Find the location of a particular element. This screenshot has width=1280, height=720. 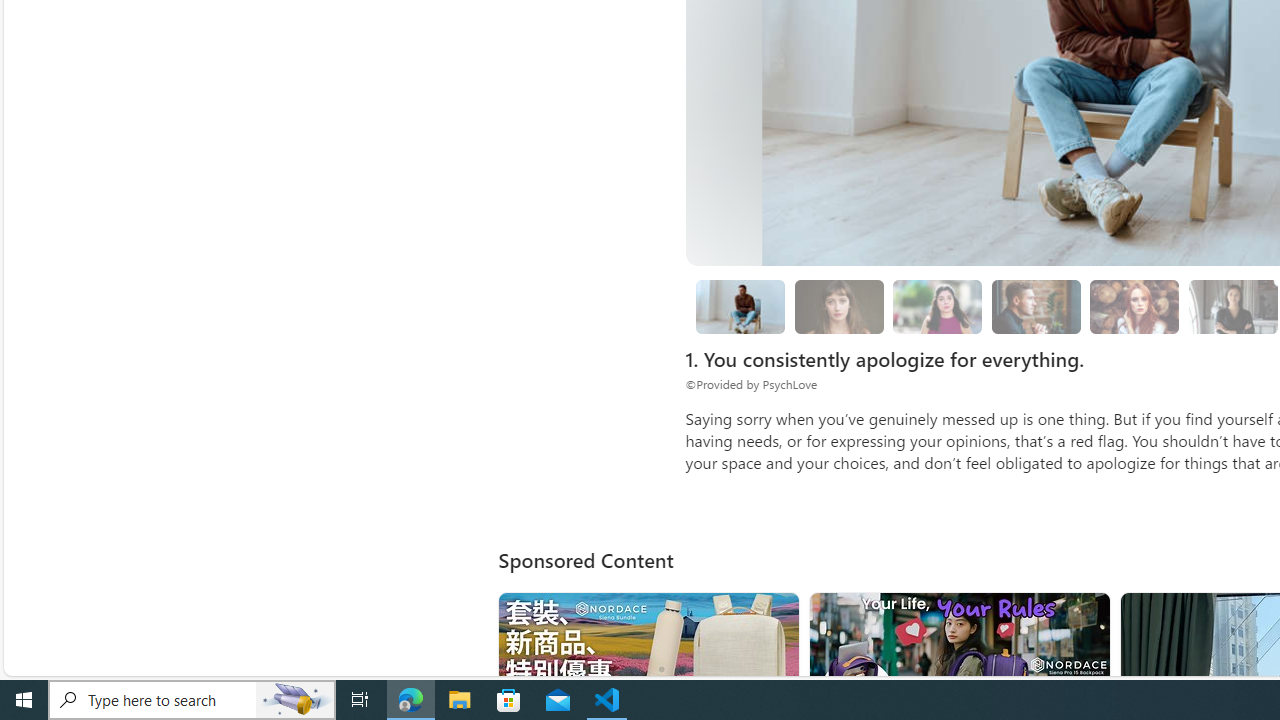

'8. Surround yourself with solution-oriented people.' is located at coordinates (1231, 307).